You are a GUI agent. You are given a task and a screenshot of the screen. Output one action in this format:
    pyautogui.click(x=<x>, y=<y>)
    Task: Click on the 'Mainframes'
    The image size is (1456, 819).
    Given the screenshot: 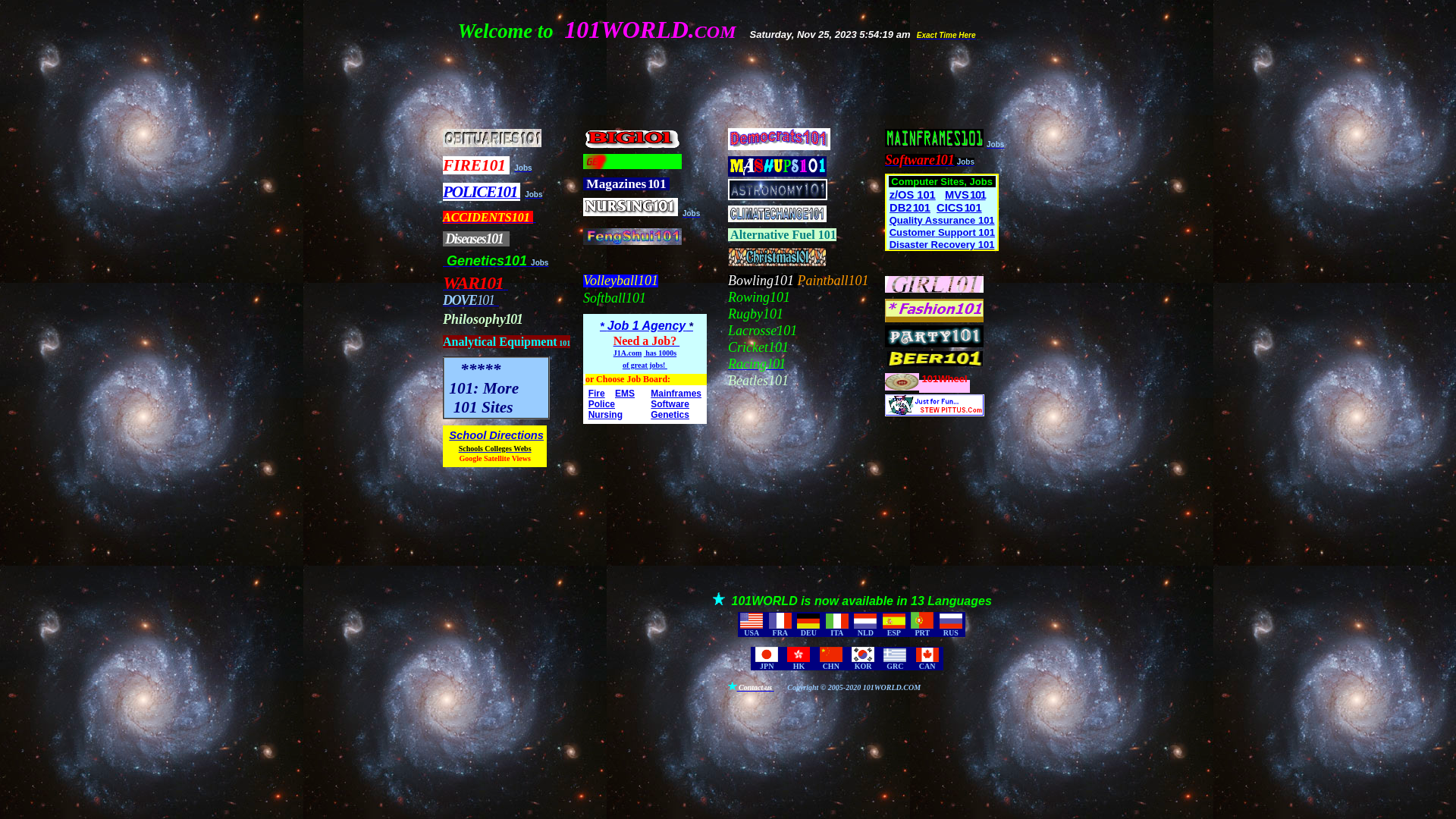 What is the action you would take?
    pyautogui.click(x=675, y=391)
    